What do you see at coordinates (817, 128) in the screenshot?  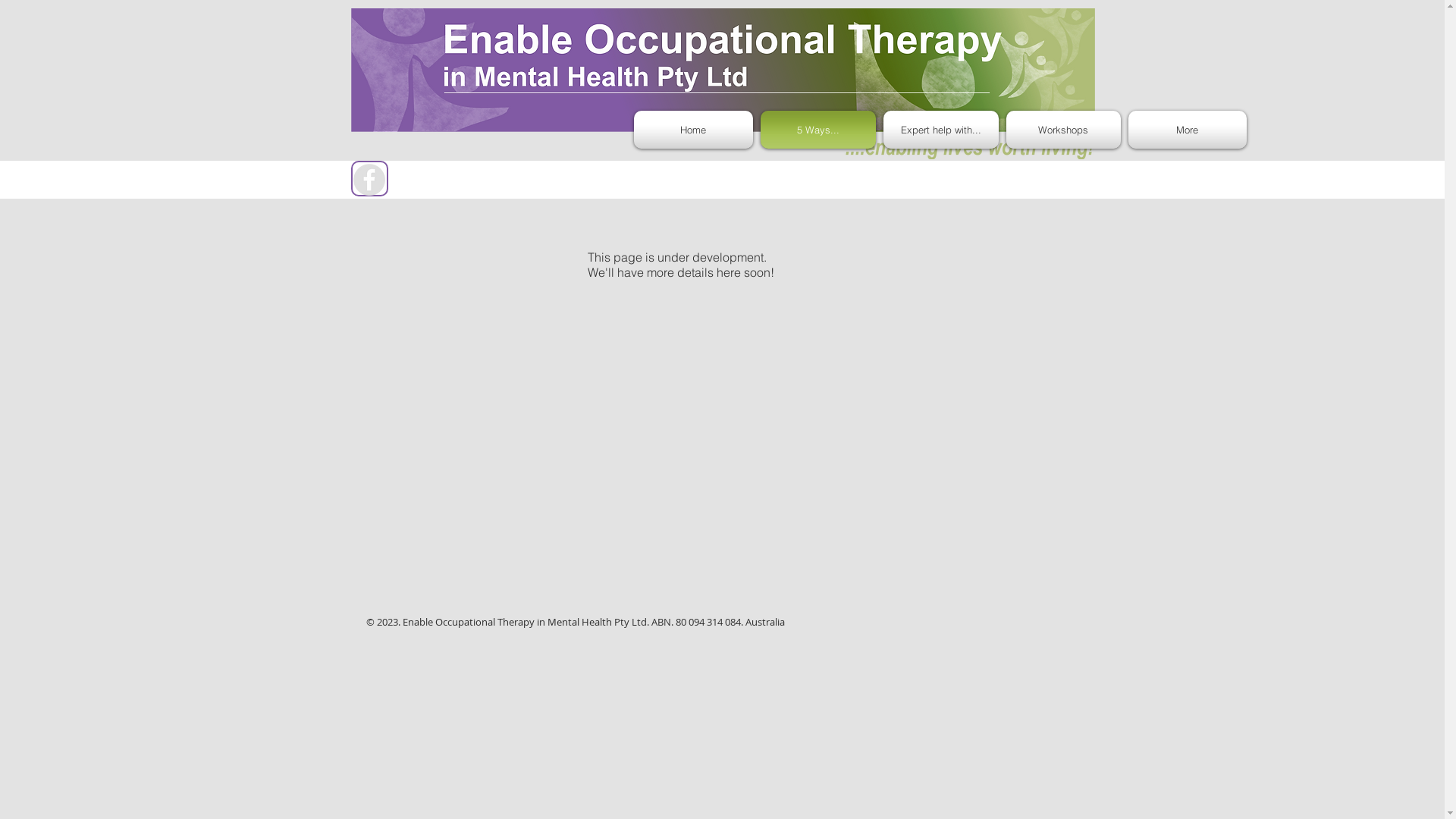 I see `'5 Ways...'` at bounding box center [817, 128].